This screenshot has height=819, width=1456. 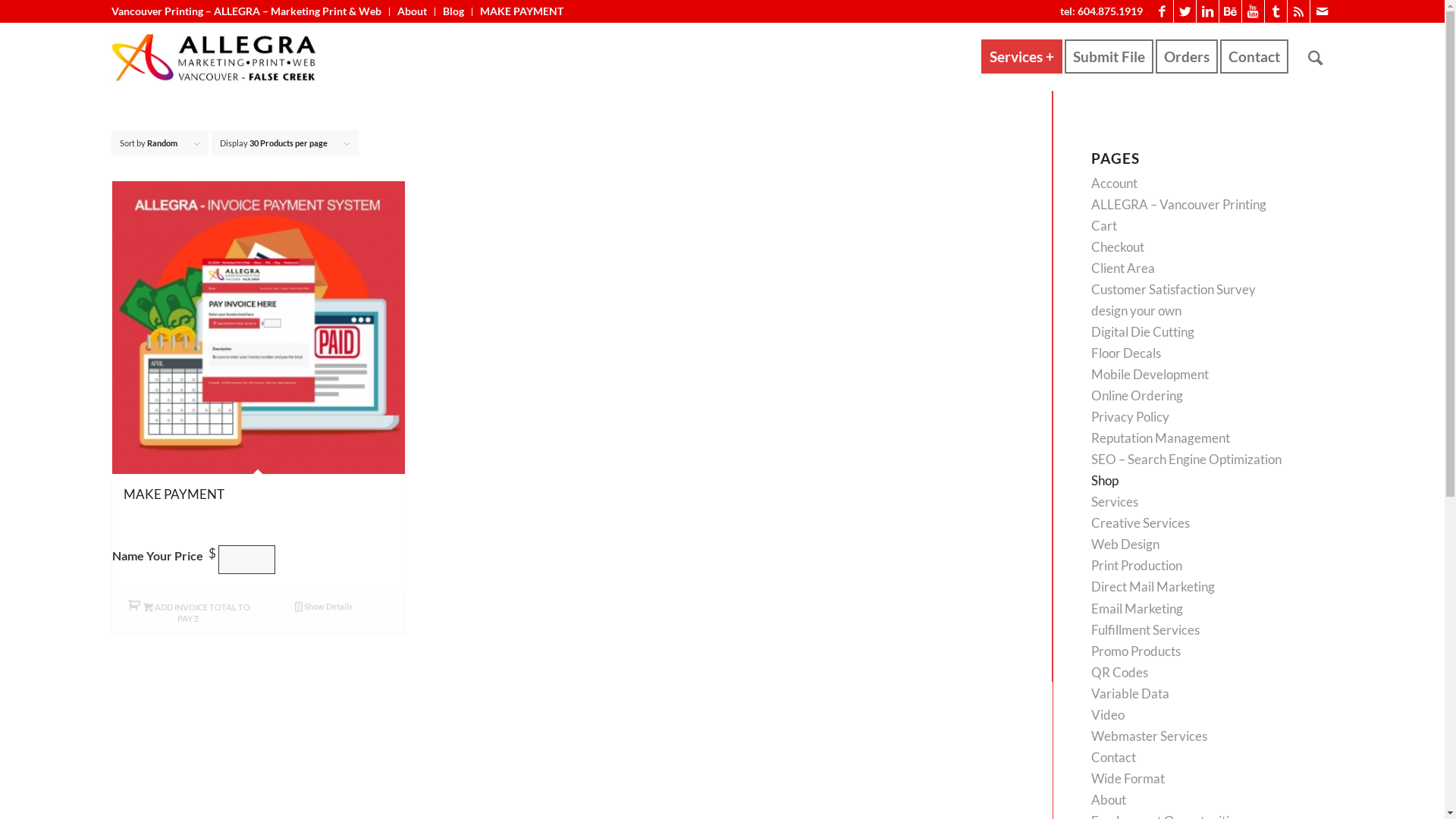 What do you see at coordinates (1298, 11) in the screenshot?
I see `'Rss'` at bounding box center [1298, 11].